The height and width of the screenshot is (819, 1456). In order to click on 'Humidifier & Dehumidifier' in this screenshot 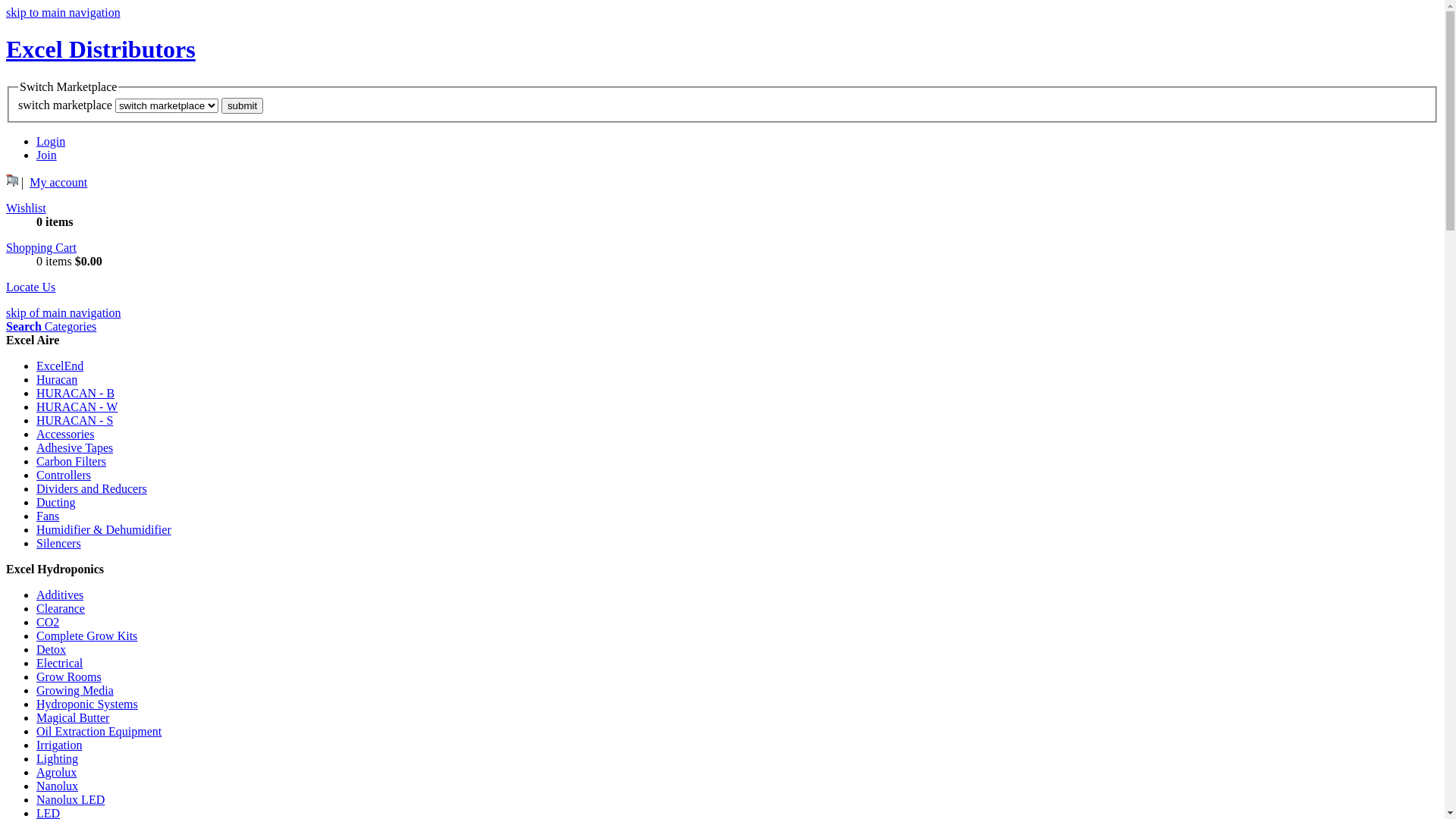, I will do `click(103, 529)`.